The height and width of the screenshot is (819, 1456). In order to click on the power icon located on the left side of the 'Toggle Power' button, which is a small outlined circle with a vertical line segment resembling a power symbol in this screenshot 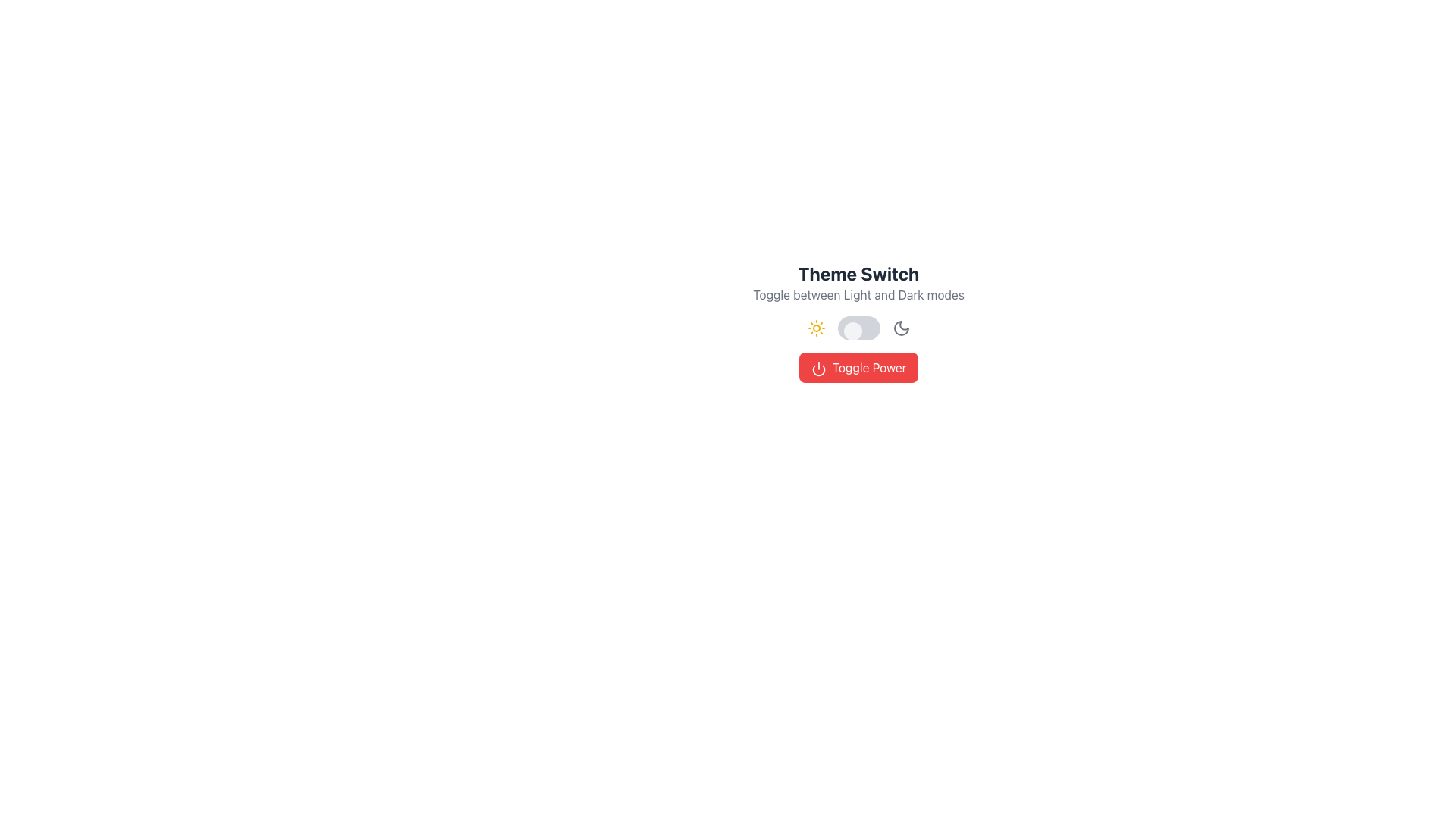, I will do `click(817, 369)`.